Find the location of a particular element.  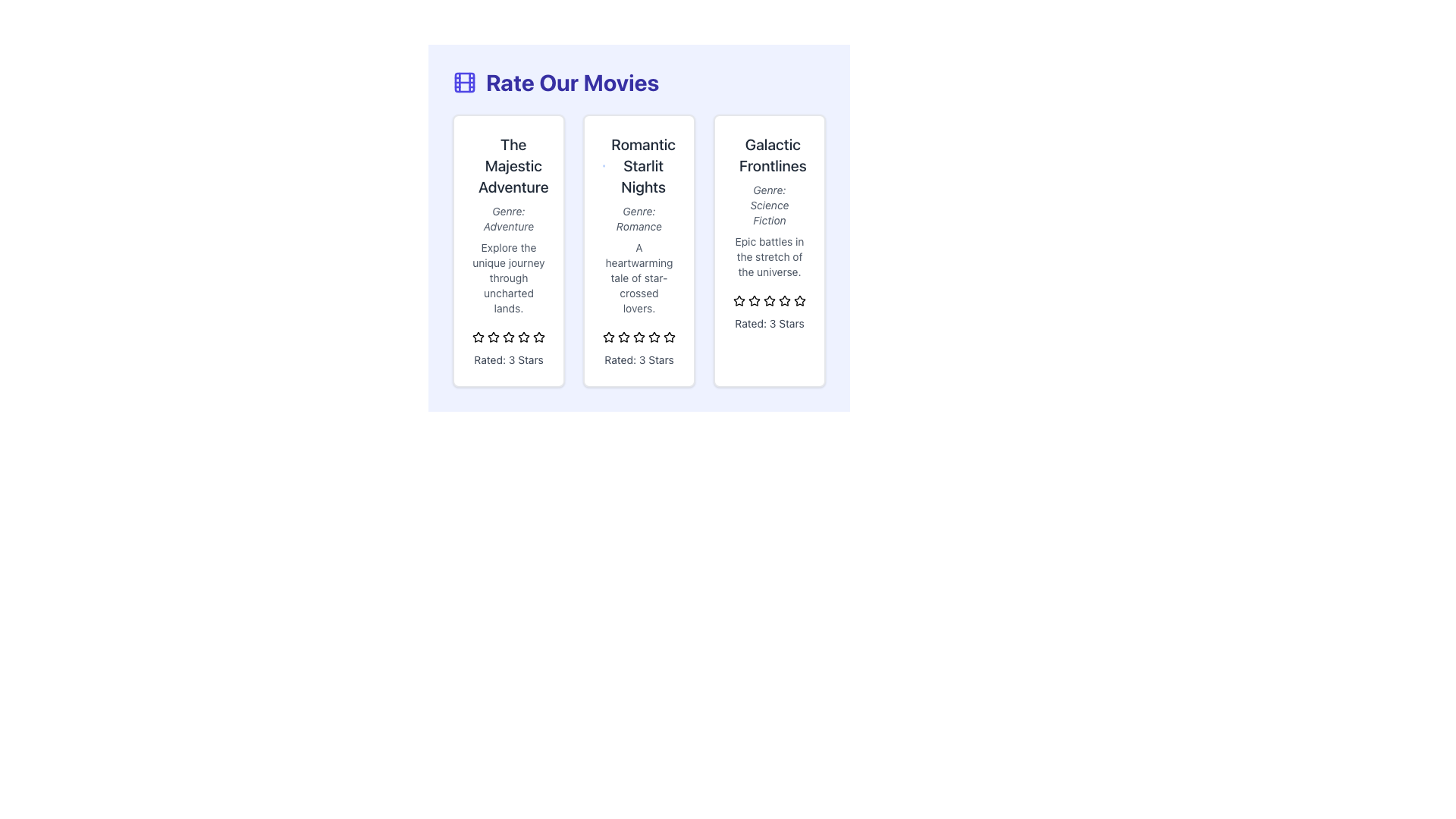

the fifth star in the rating system under the title 'Galactic Frontlines' is located at coordinates (799, 300).